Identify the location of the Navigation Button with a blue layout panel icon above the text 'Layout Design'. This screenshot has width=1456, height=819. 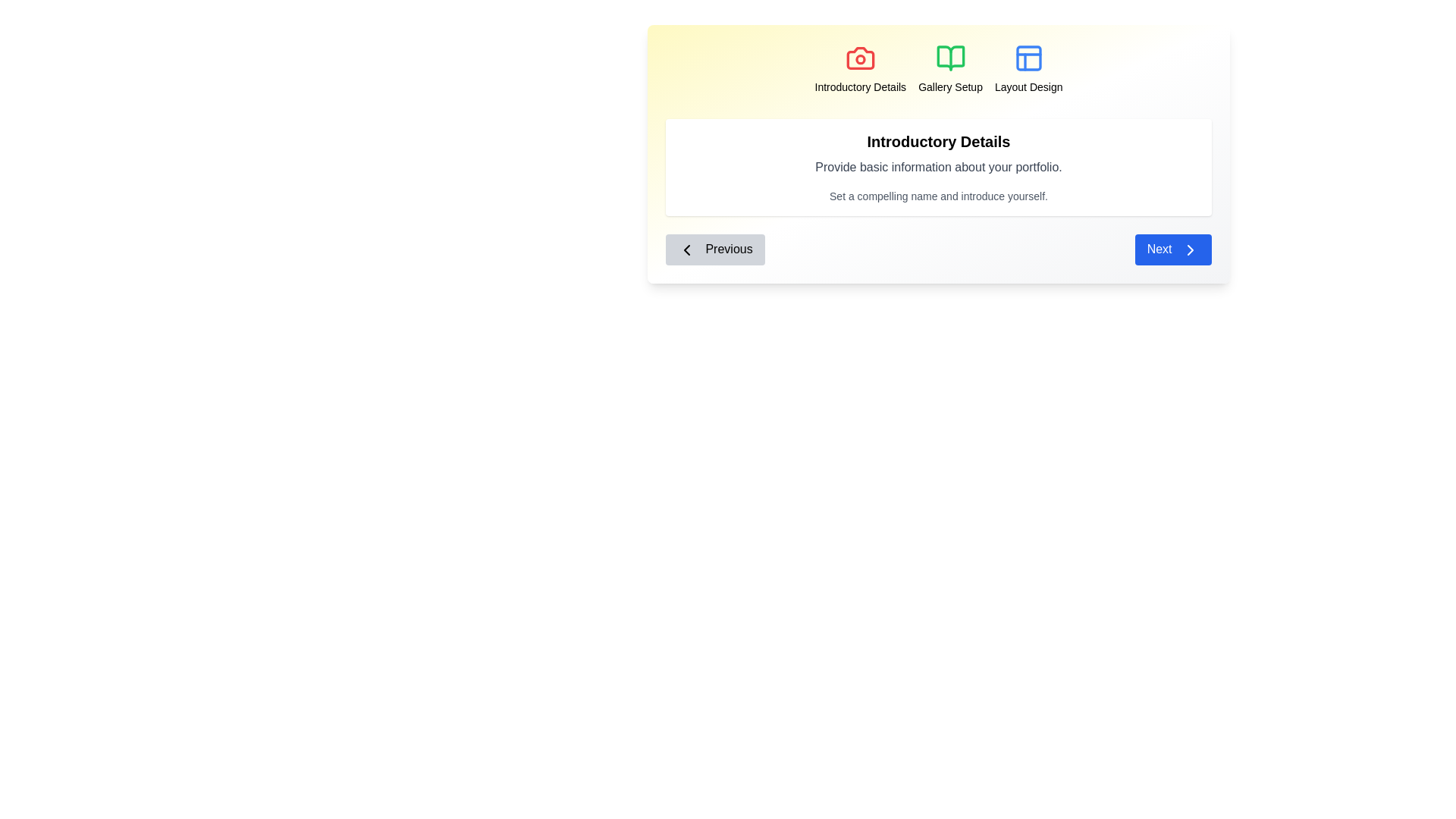
(1028, 69).